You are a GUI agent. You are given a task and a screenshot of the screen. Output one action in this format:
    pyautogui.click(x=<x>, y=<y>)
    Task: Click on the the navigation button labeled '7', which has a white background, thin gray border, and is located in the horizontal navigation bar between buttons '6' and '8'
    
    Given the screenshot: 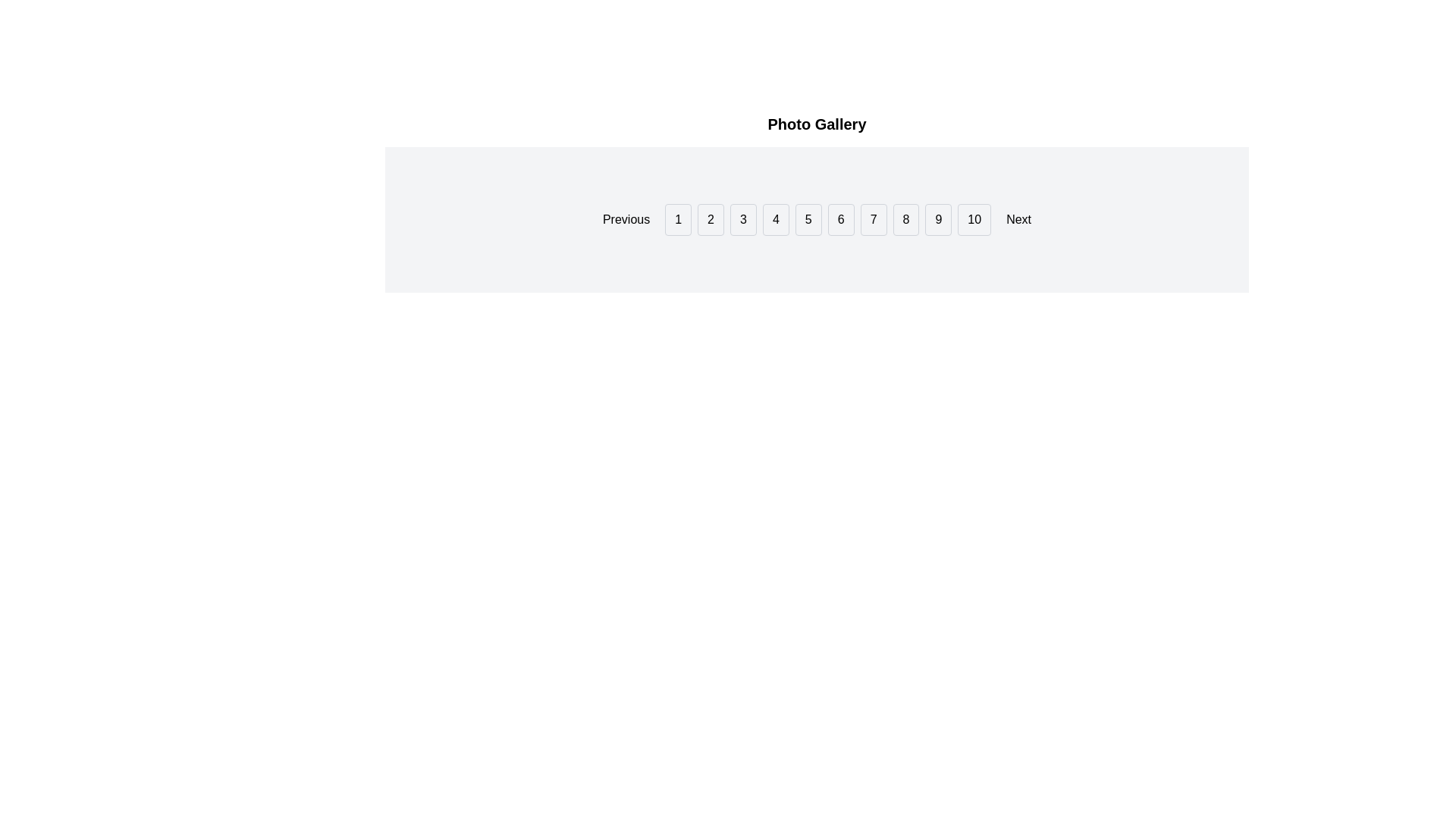 What is the action you would take?
    pyautogui.click(x=874, y=219)
    